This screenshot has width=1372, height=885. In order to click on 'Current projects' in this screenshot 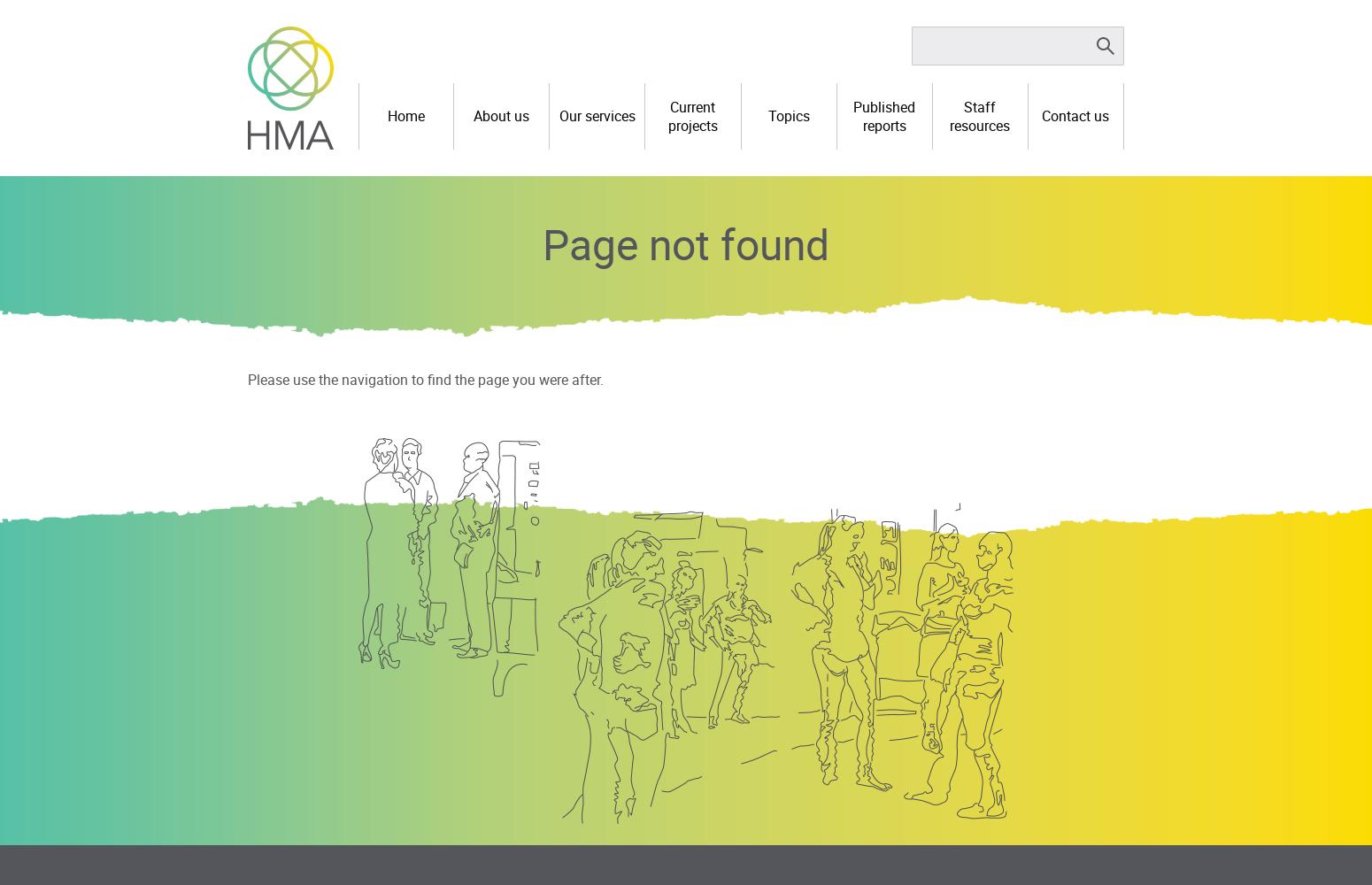, I will do `click(690, 115)`.